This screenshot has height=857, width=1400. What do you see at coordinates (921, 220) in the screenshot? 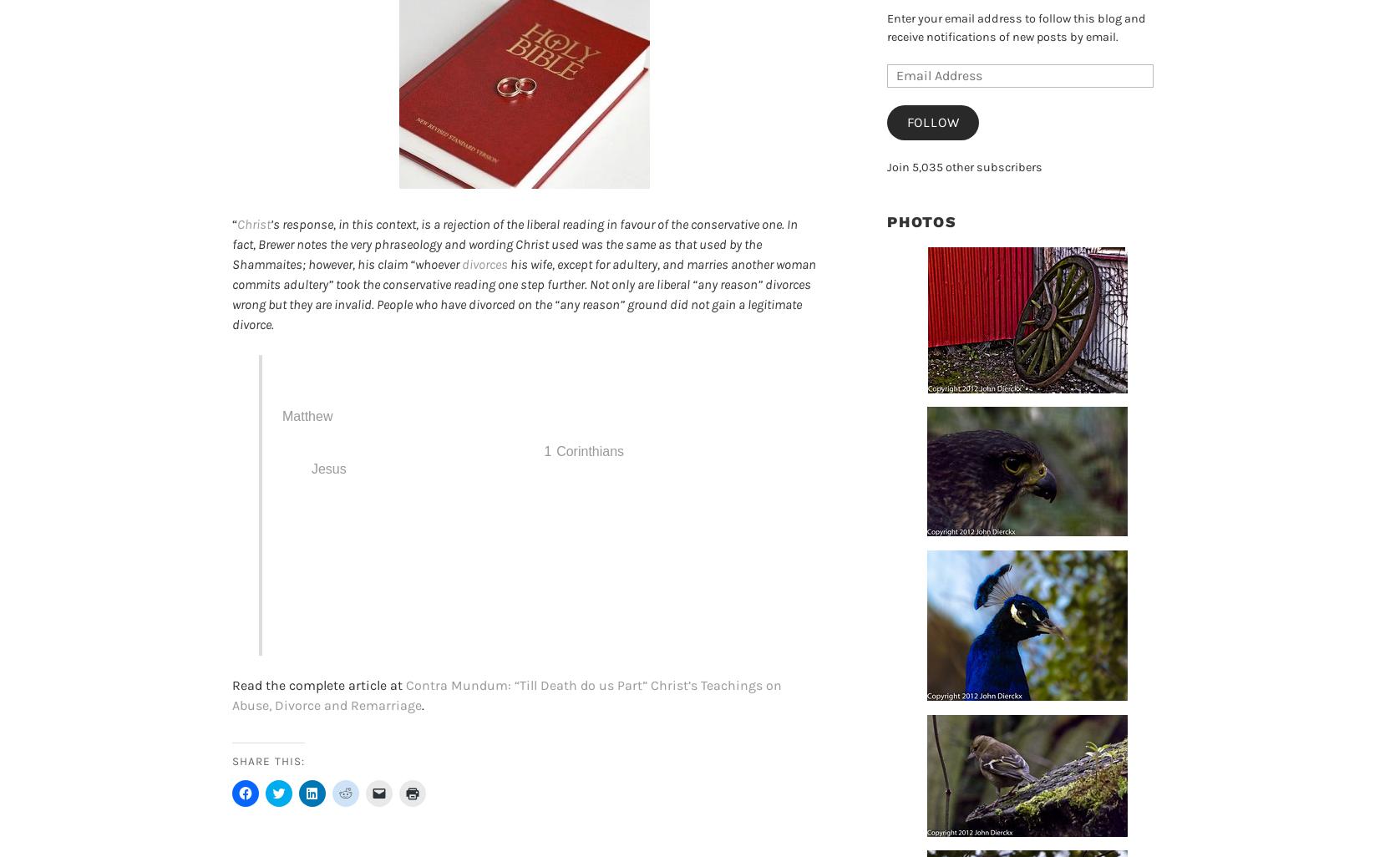
I see `'Photos'` at bounding box center [921, 220].